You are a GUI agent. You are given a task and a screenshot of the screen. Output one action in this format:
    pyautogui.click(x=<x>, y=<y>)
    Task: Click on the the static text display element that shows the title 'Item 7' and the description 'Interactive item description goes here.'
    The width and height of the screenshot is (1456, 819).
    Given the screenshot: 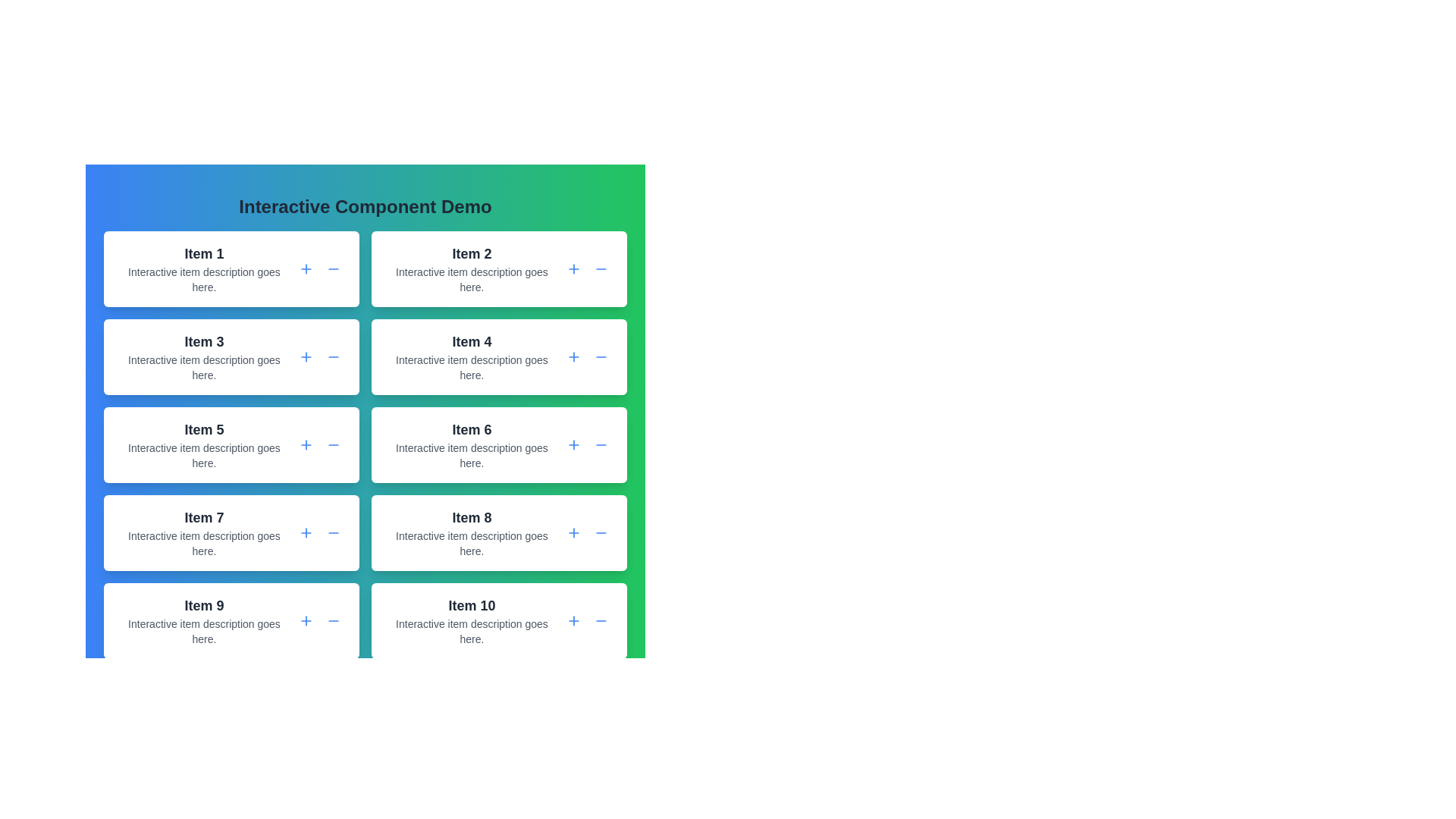 What is the action you would take?
    pyautogui.click(x=203, y=532)
    